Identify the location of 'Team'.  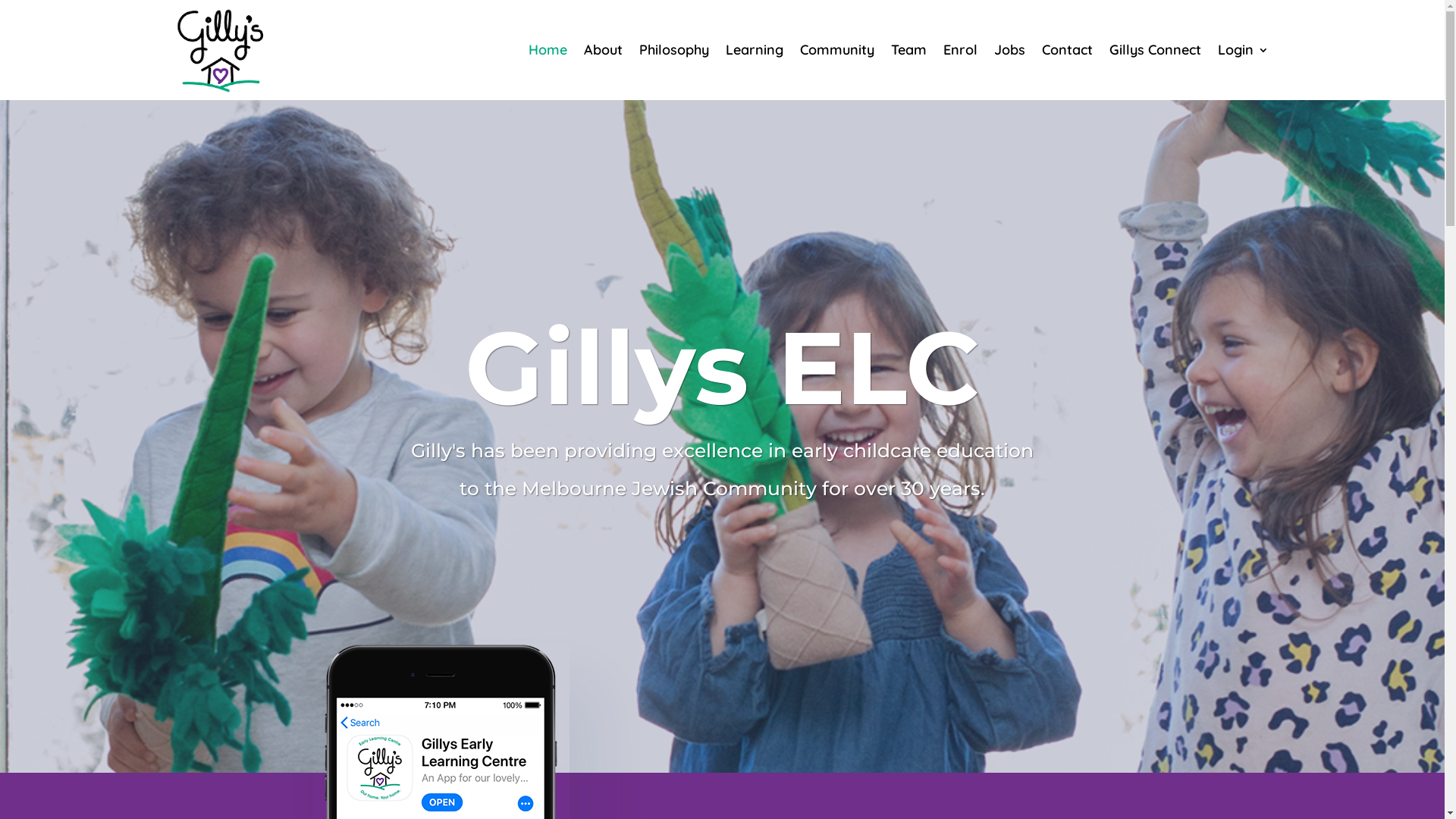
(908, 49).